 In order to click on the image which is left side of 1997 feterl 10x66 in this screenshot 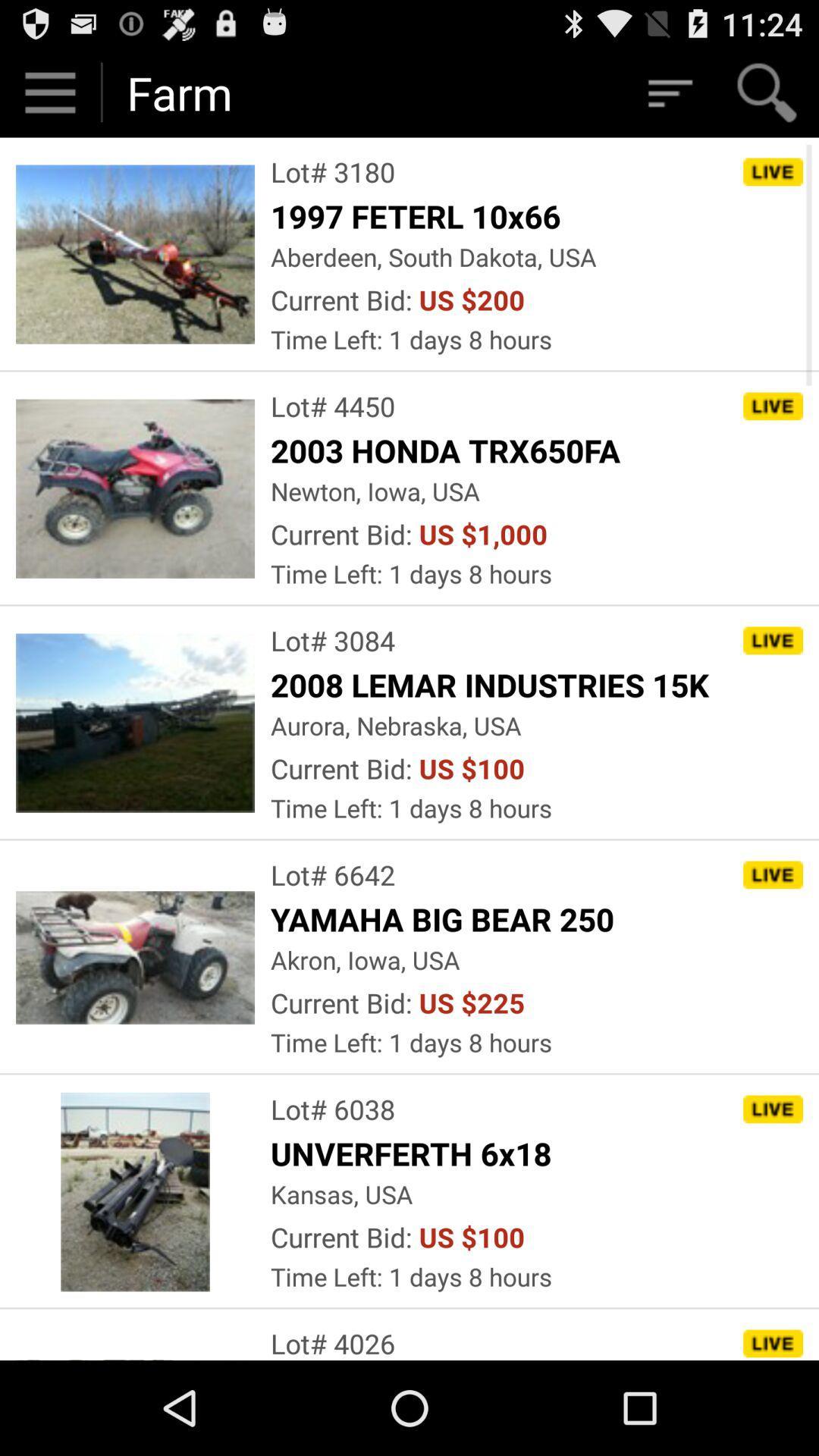, I will do `click(134, 255)`.